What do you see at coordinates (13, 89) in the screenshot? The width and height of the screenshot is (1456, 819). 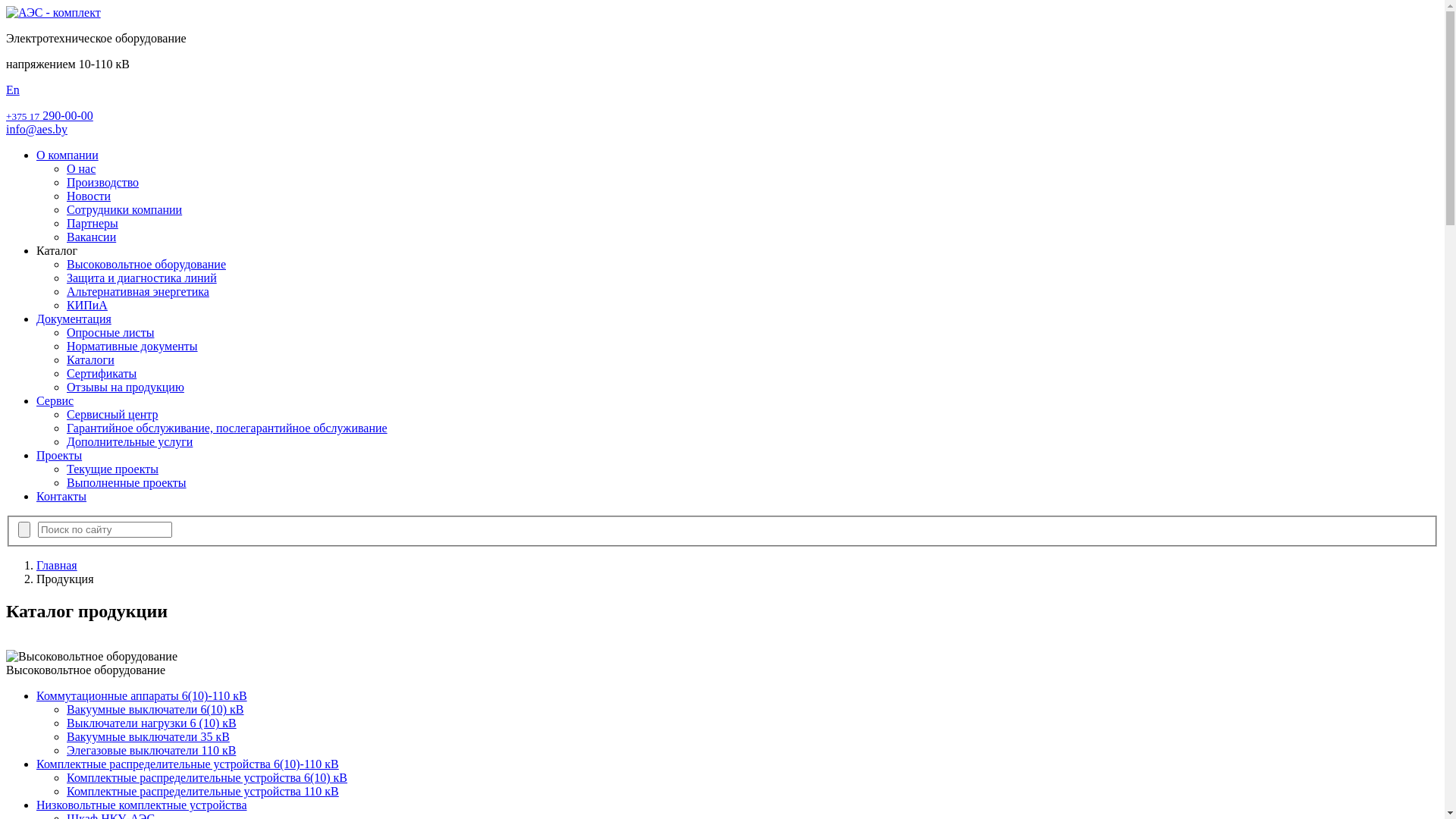 I see `'En'` at bounding box center [13, 89].